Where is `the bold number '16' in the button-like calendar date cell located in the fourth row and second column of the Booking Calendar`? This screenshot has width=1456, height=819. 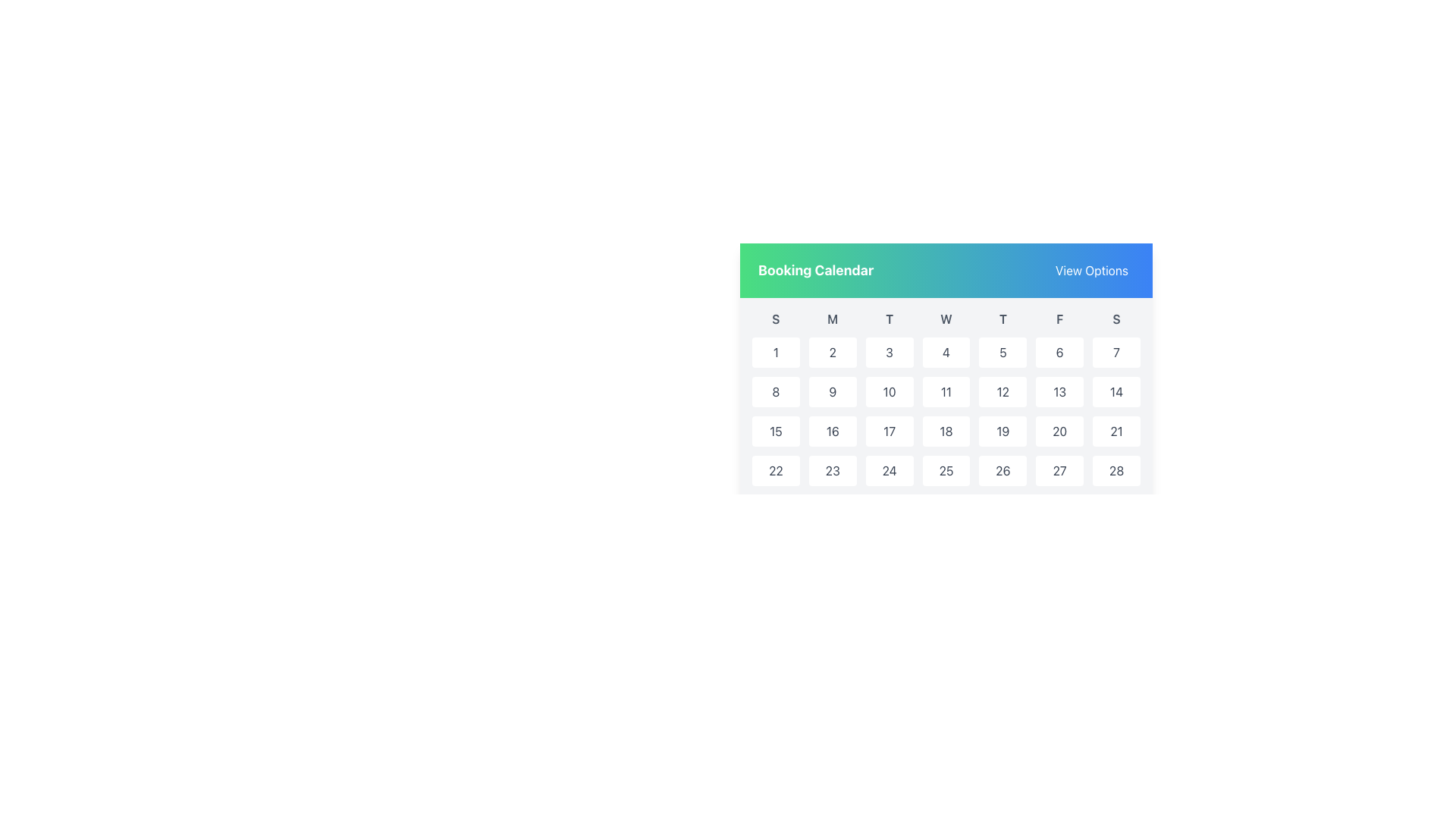 the bold number '16' in the button-like calendar date cell located in the fourth row and second column of the Booking Calendar is located at coordinates (832, 431).